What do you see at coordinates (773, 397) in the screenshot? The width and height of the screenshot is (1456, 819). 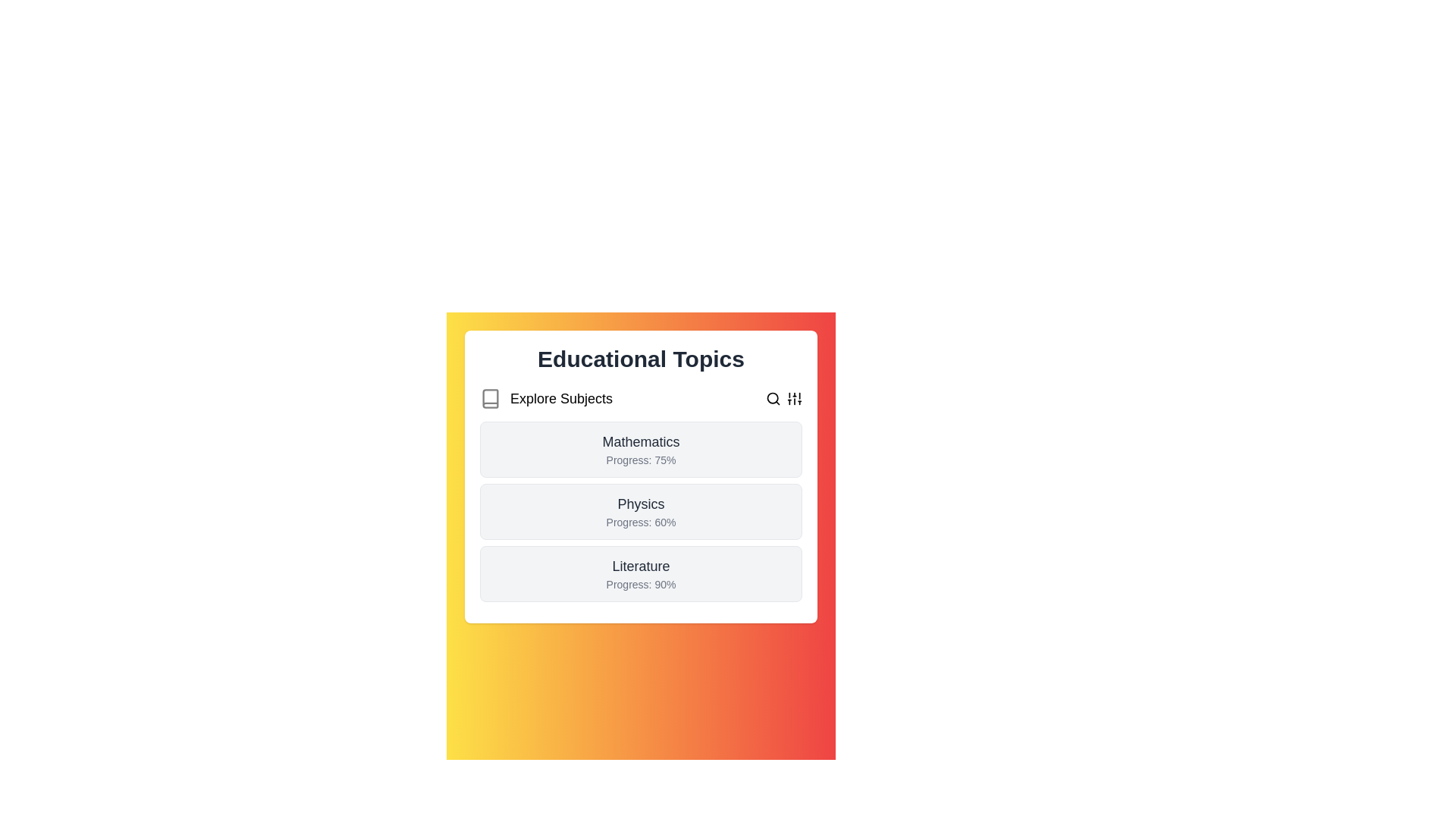 I see `the 'Search' button to initiate the search operation` at bounding box center [773, 397].